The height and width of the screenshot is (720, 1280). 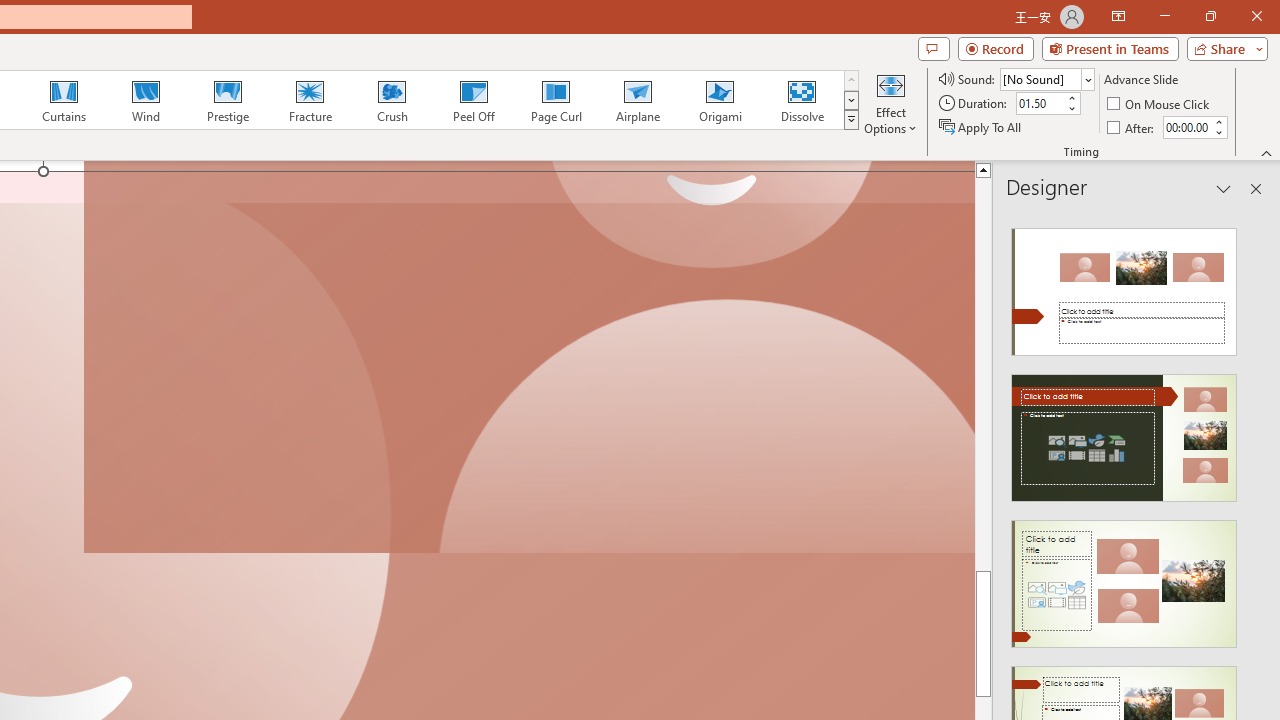 I want to click on 'Peel Off', so click(x=472, y=100).